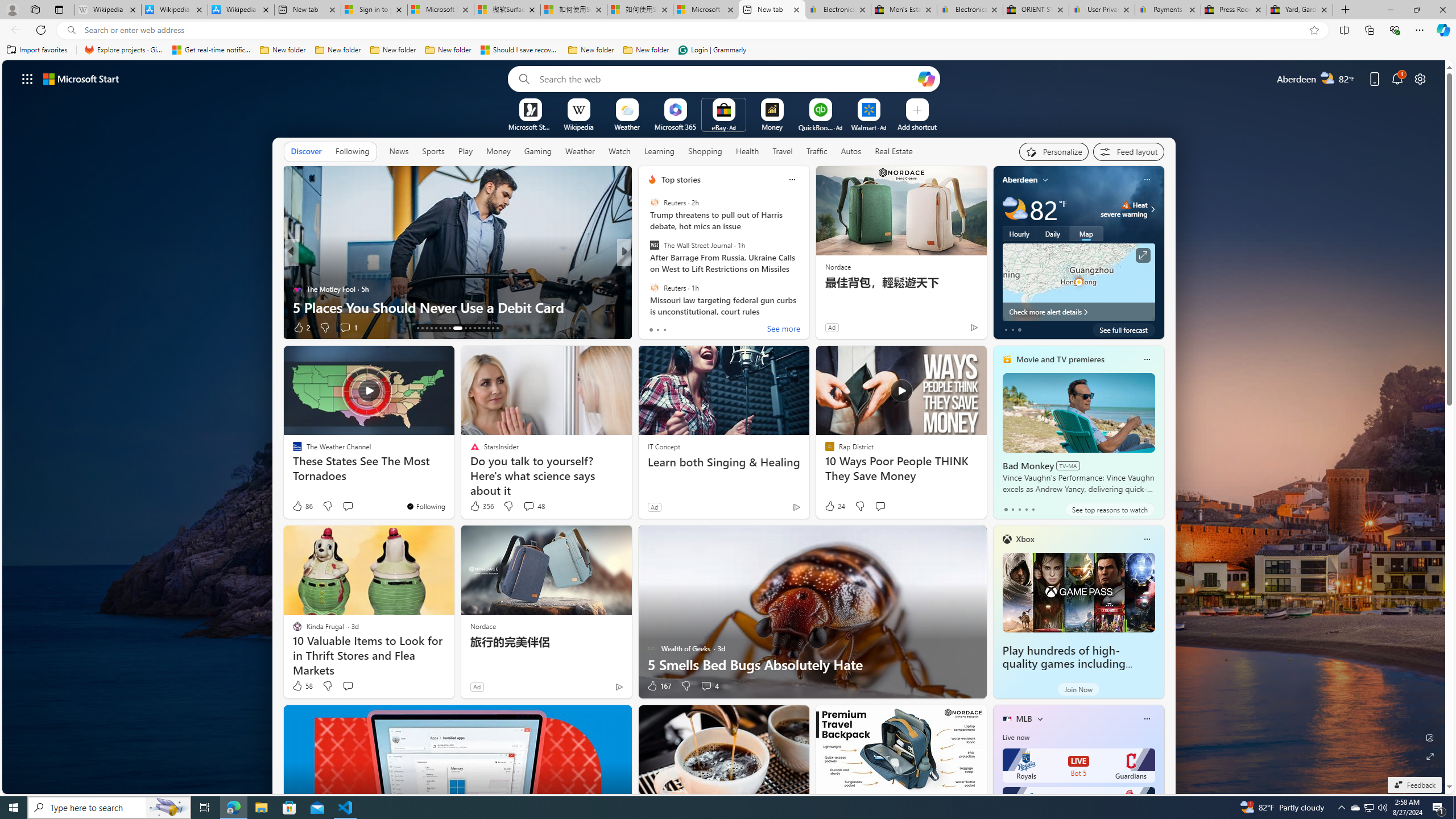 The width and height of the screenshot is (1456, 819). I want to click on 'Learning', so click(659, 151).